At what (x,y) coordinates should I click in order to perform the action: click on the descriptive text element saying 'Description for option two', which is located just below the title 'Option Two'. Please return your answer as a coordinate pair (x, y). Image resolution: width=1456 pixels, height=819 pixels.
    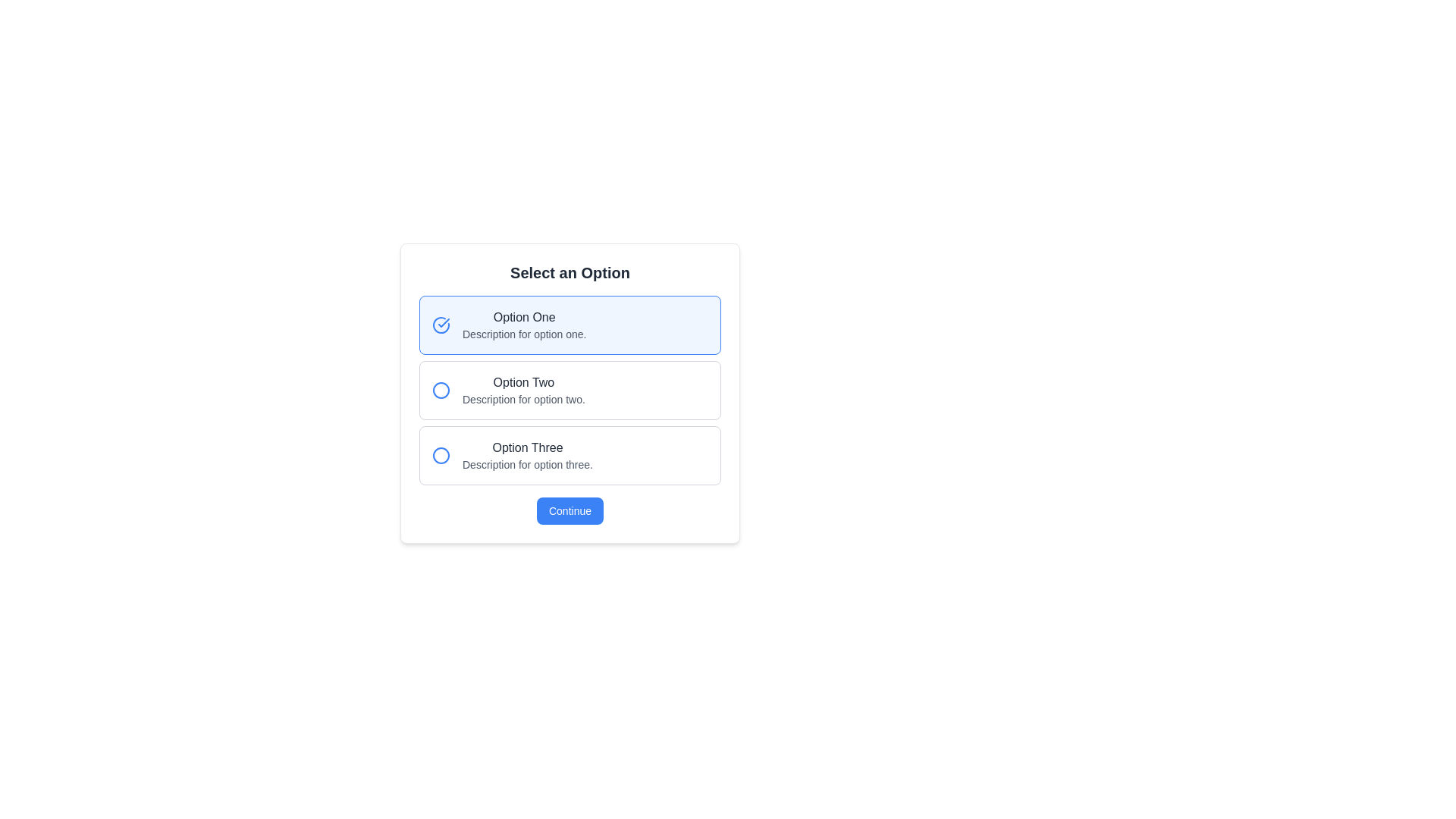
    Looking at the image, I should click on (524, 399).